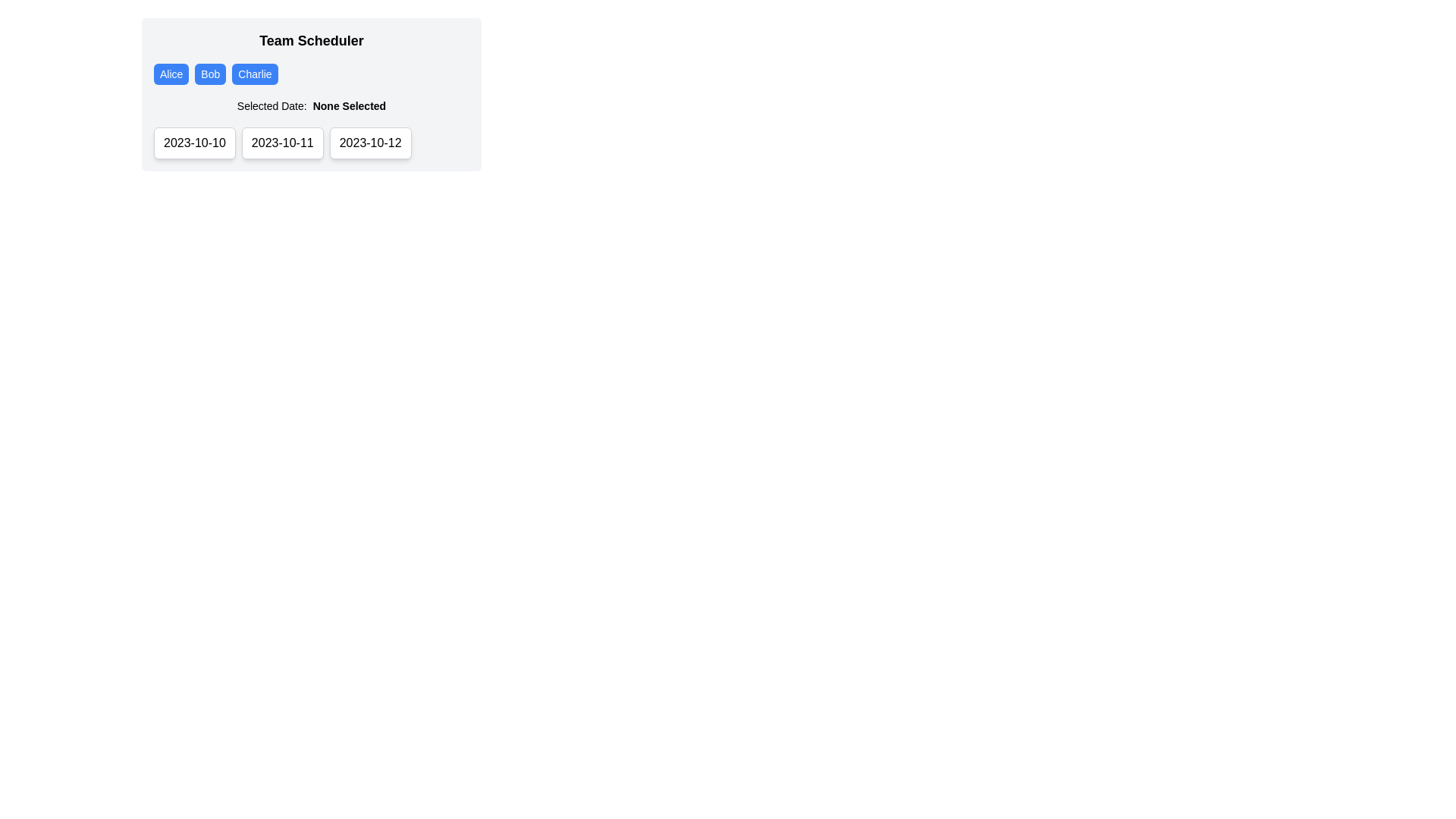 The image size is (1456, 819). Describe the element at coordinates (255, 74) in the screenshot. I see `the 'Charlie' button located in the horizontal group of buttons for selecting the entity 'Charlie' in the Team Scheduler interface` at that location.